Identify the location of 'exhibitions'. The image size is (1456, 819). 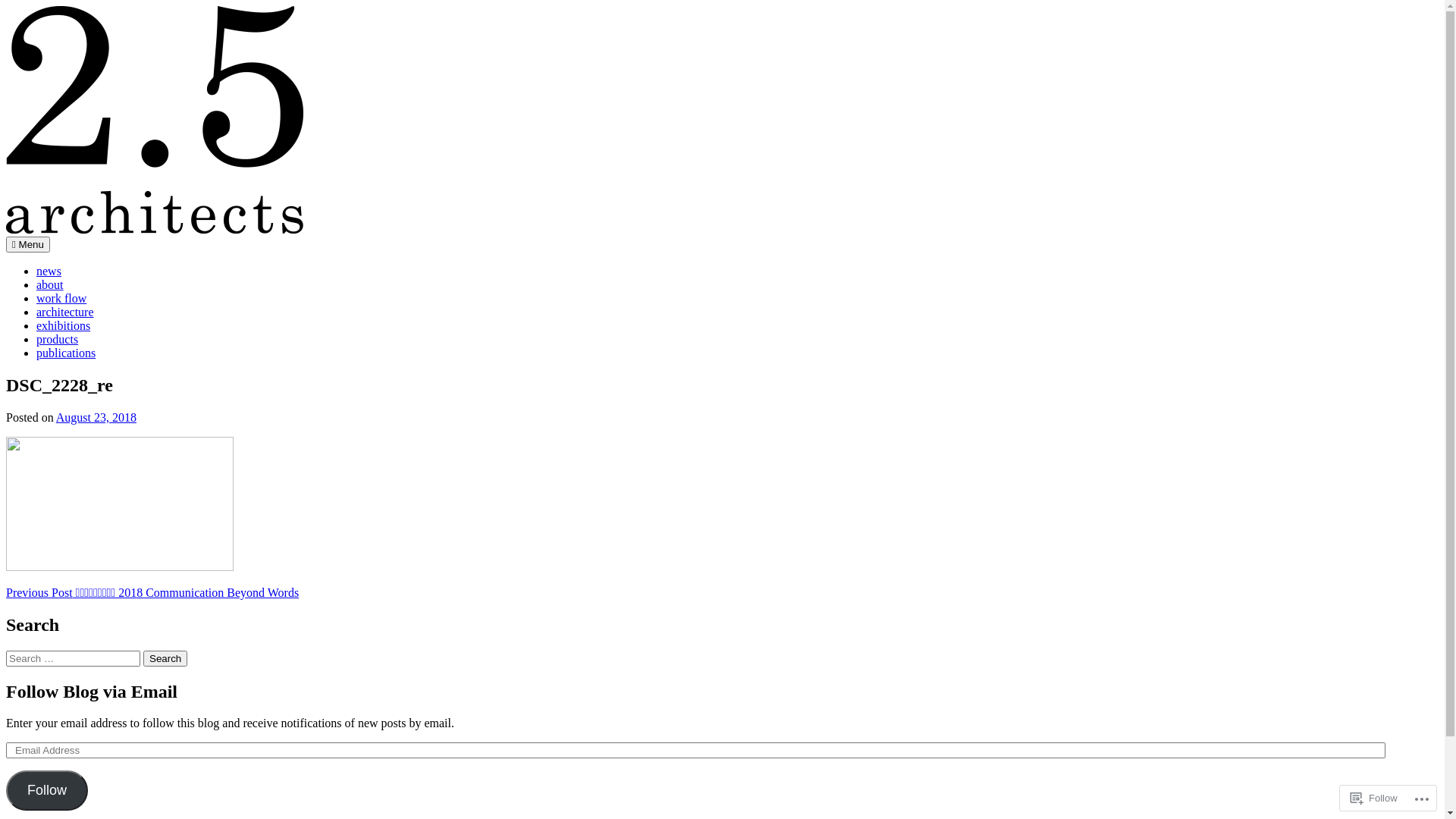
(62, 325).